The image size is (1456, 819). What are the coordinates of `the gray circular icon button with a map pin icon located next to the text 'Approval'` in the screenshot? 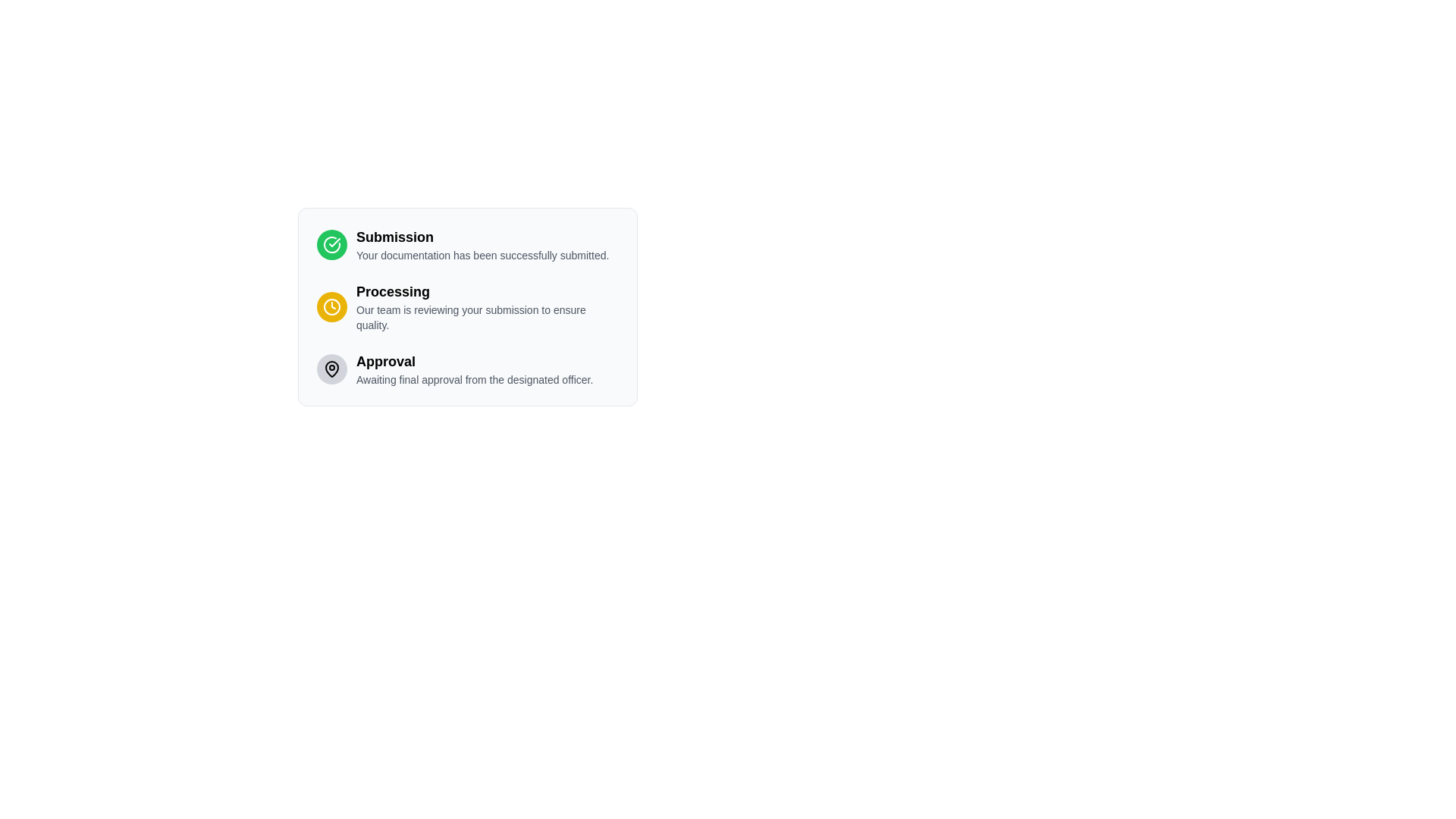 It's located at (331, 369).